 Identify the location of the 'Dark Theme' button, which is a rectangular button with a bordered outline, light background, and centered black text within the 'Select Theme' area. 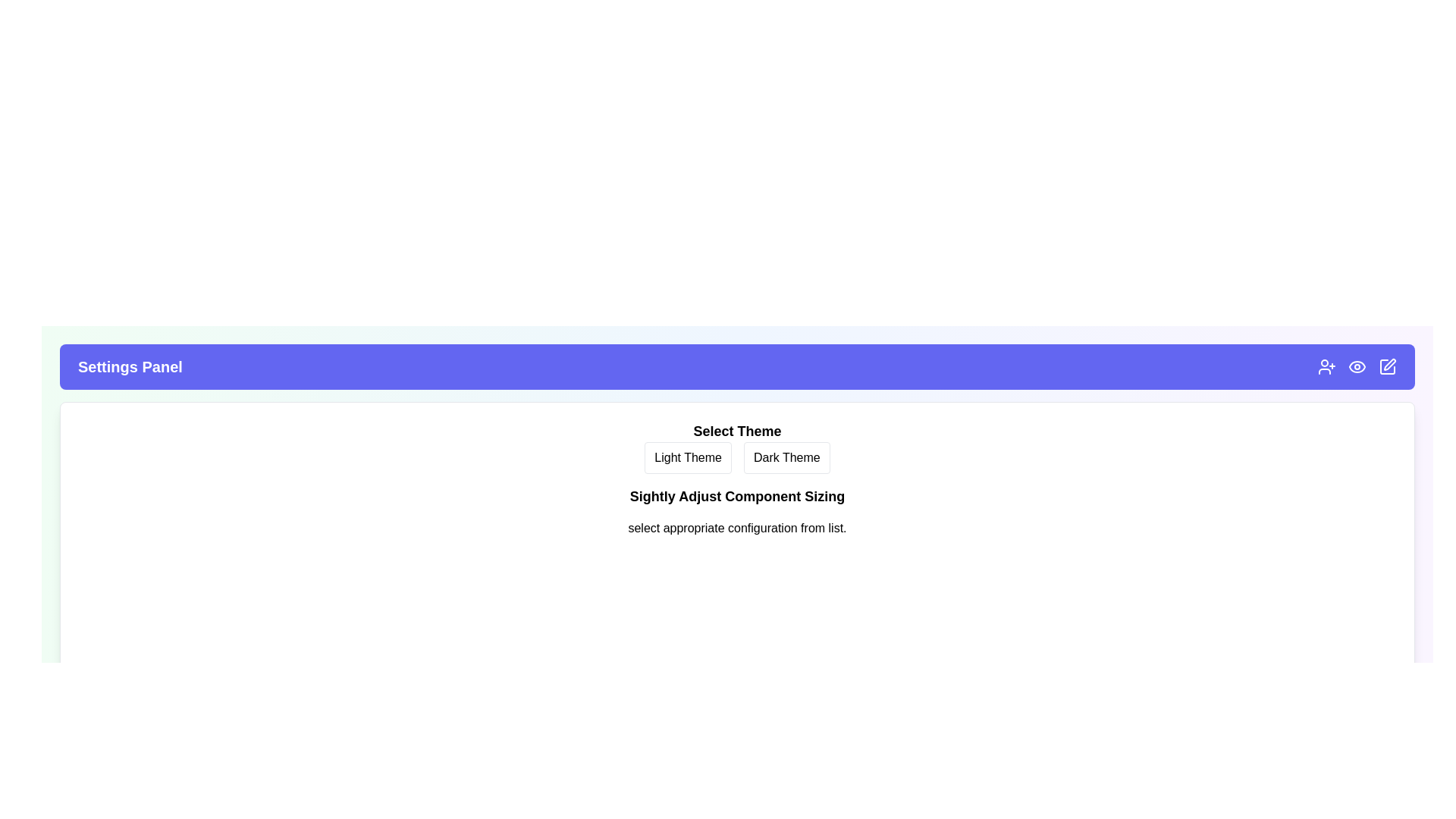
(786, 457).